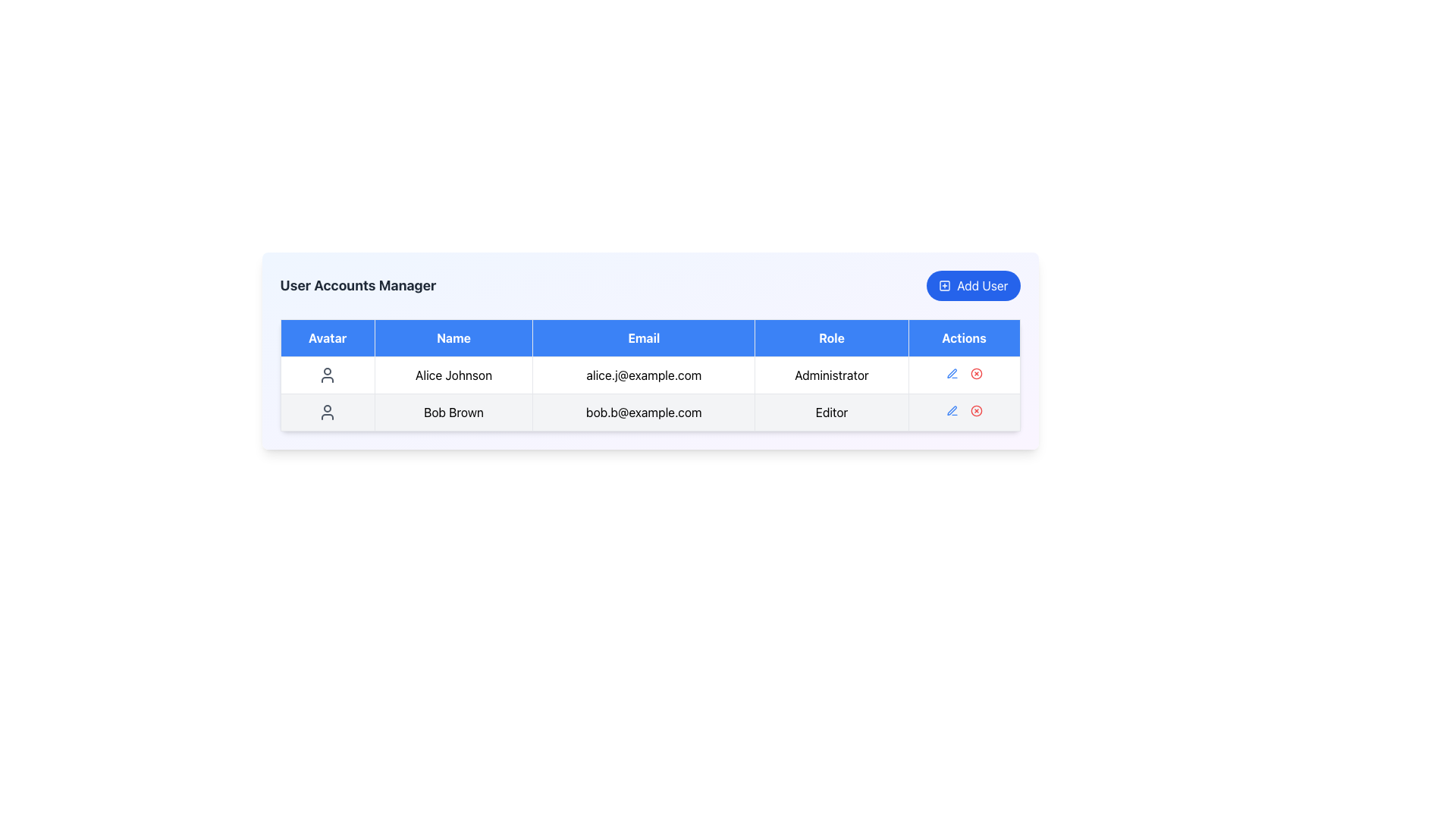 The image size is (1456, 819). I want to click on the blue button with a white '+' icon and 'Add User' text located in the top-right corner of the 'User Accounts Manager' section for accessibility interaction, so click(973, 286).